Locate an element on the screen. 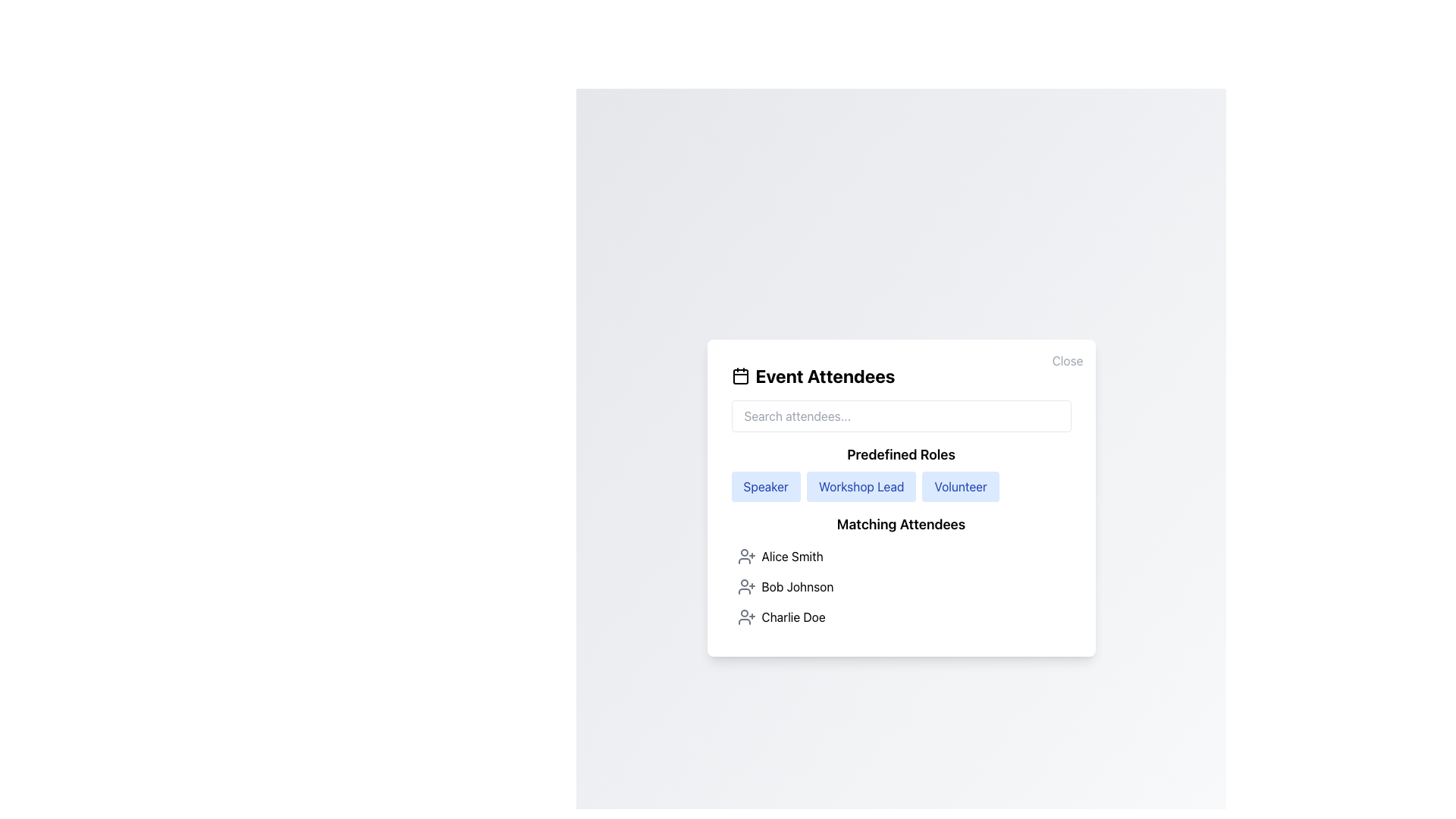 This screenshot has height=819, width=1456. the 'Volunteer' button, which is the third button in the 'Predefined Roles' section is located at coordinates (960, 486).